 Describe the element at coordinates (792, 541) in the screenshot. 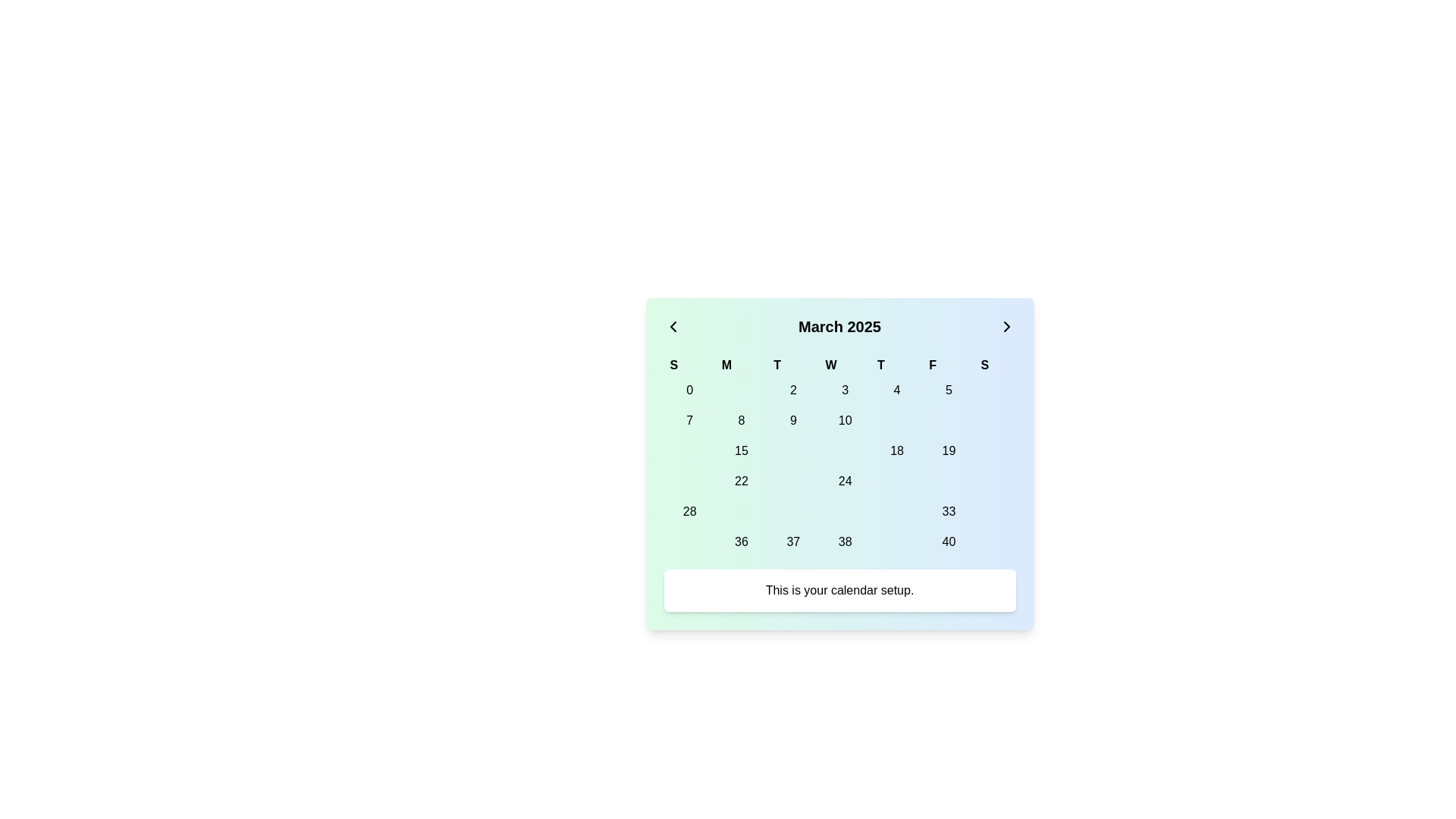

I see `the text element displaying the number 37, which is the third item in a sequence of numbered items in a calendar view` at that location.